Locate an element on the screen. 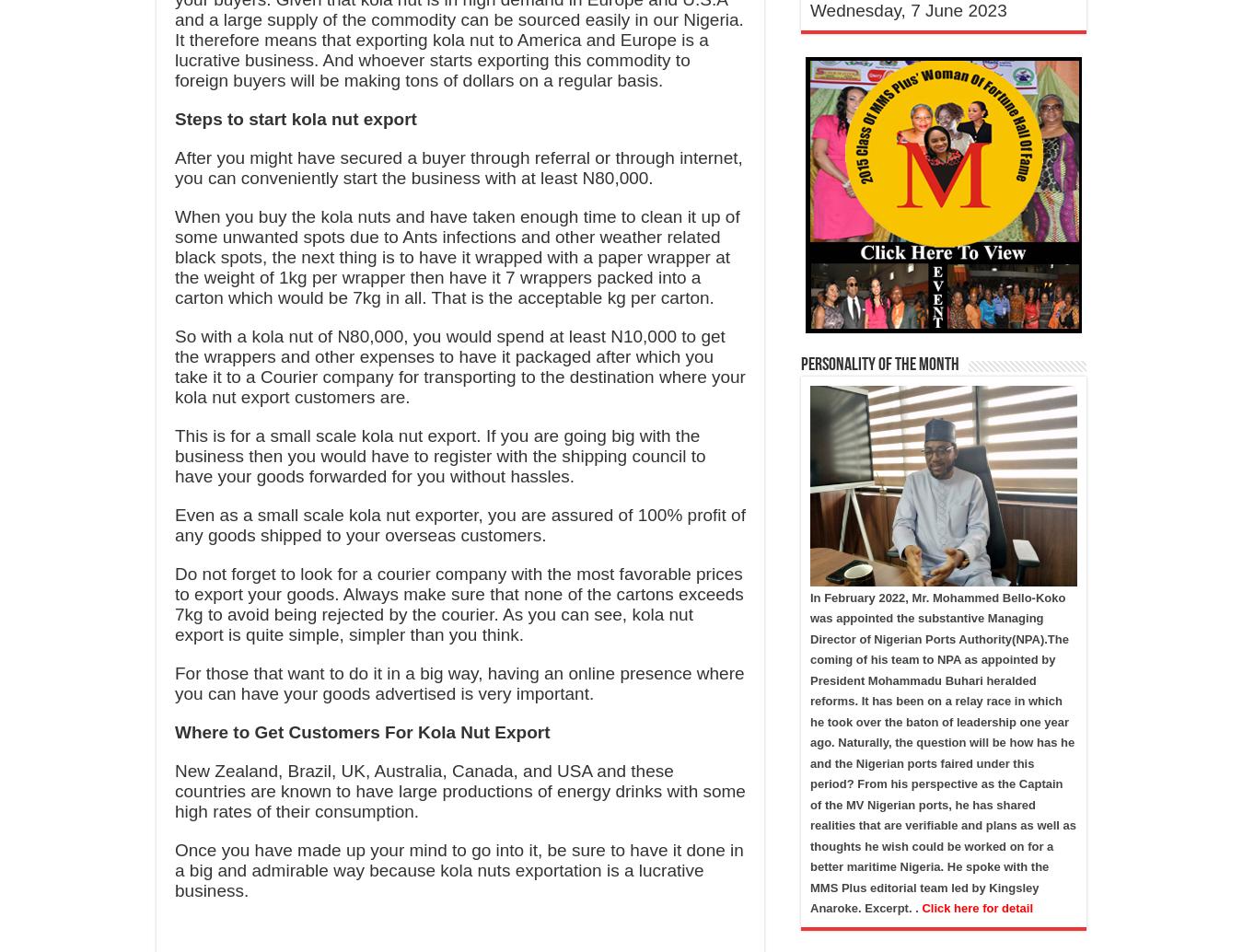  'Even as a small scale kola nut exporter, you are assured of 100% profit of any goods shipped to your overseas customers.' is located at coordinates (459, 525).